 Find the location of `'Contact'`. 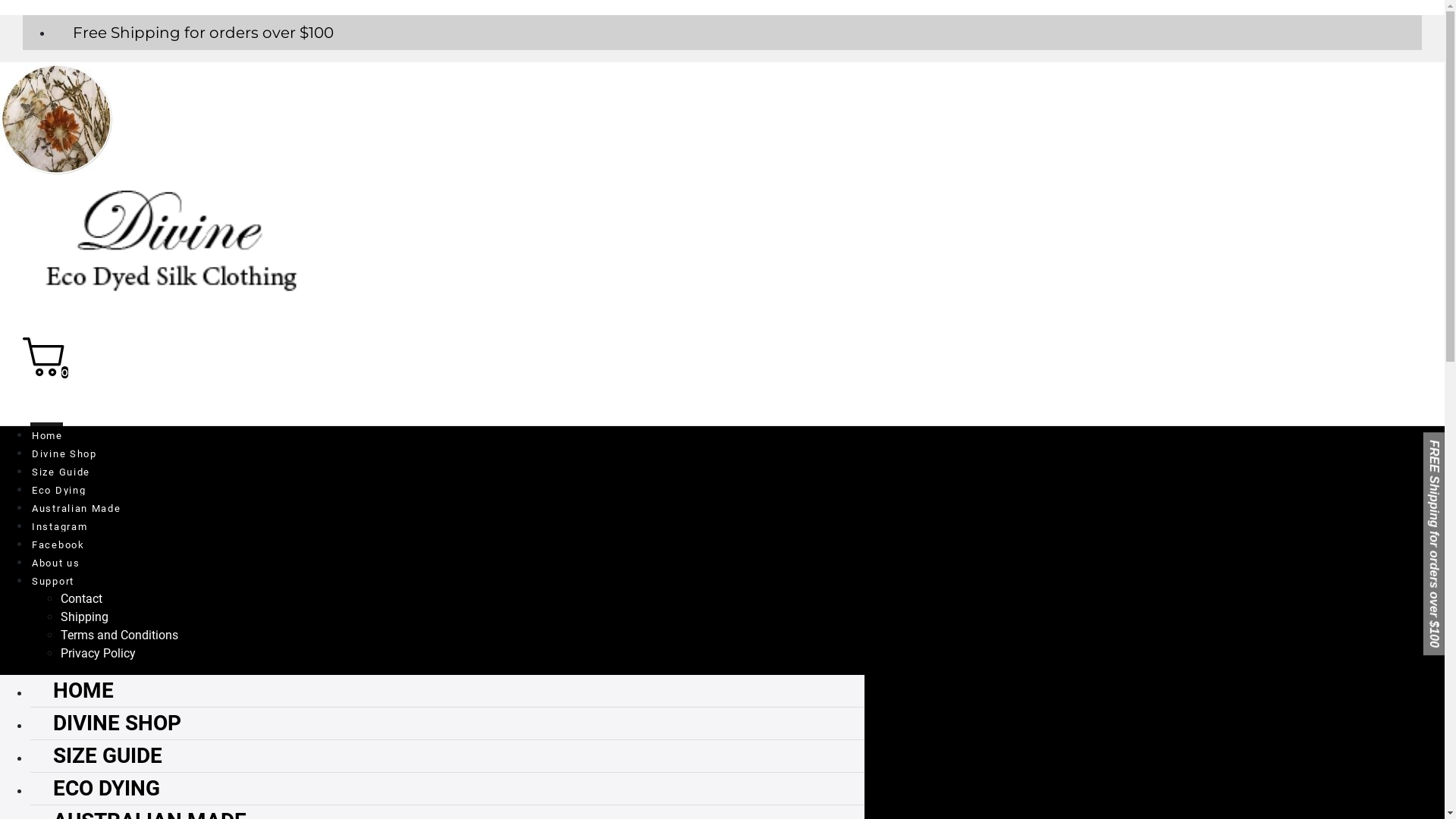

'Contact' is located at coordinates (80, 598).